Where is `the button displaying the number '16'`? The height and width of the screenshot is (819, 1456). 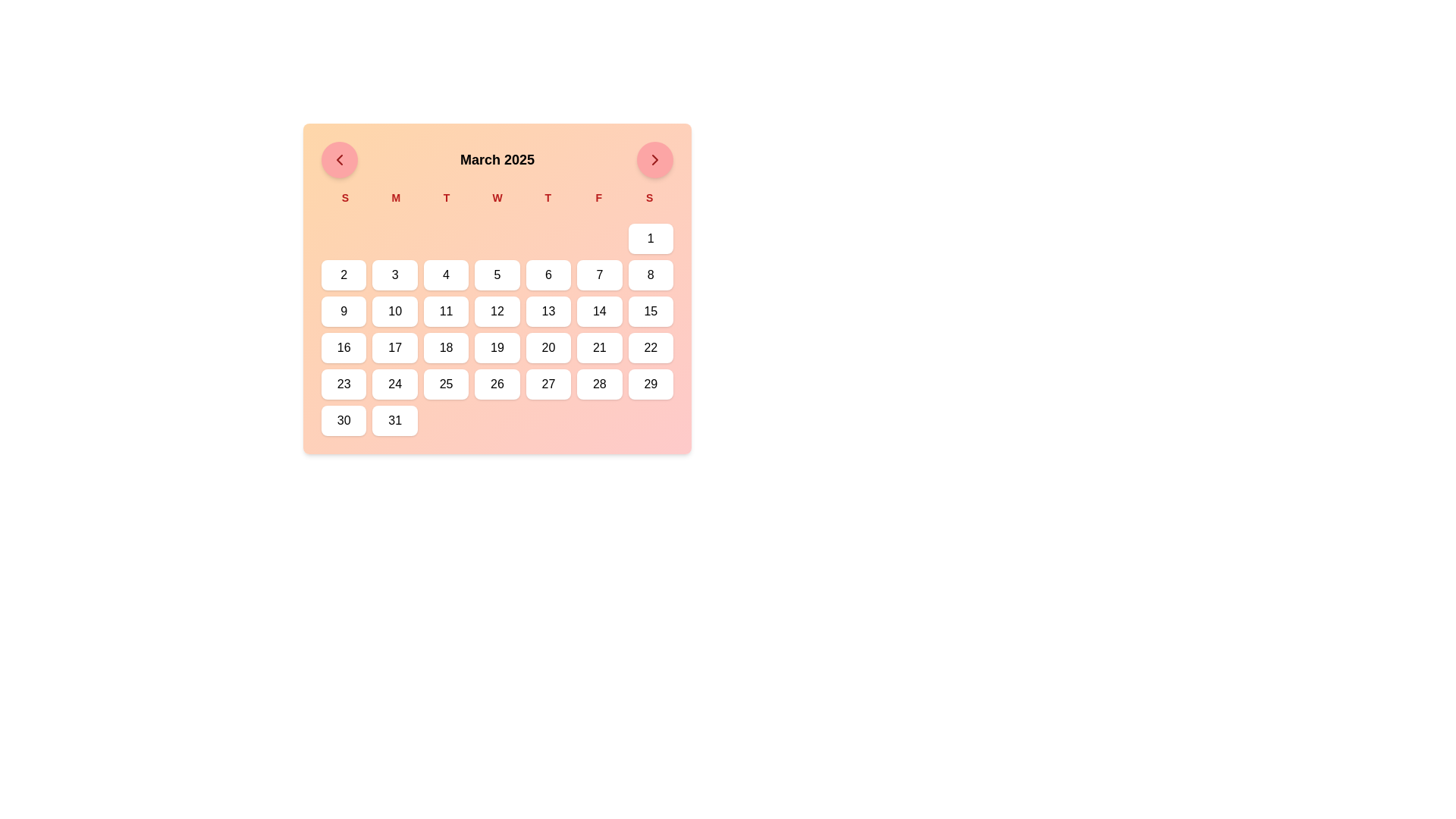
the button displaying the number '16' is located at coordinates (343, 348).